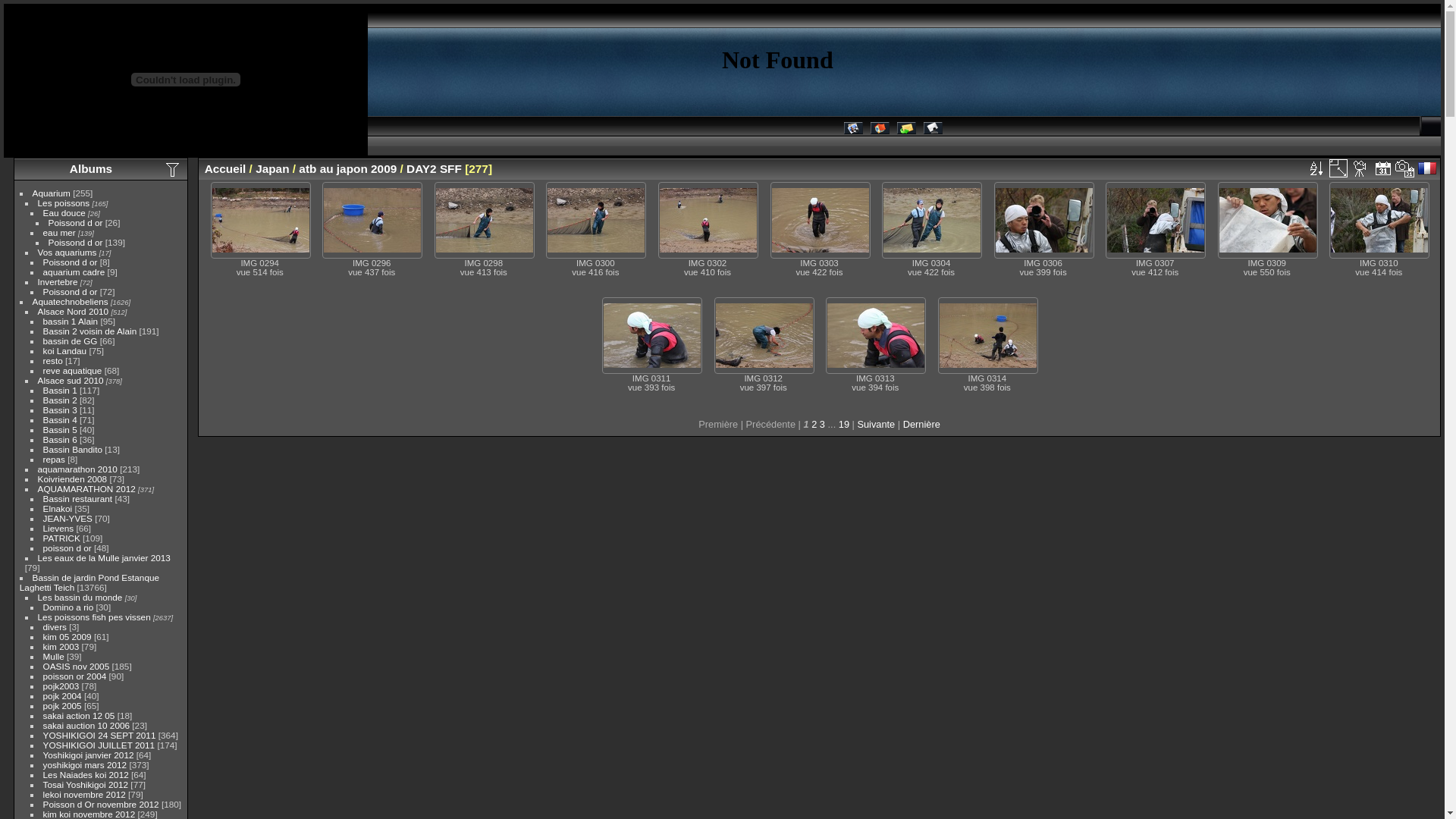 The width and height of the screenshot is (1456, 819). I want to click on ' ', so click(1383, 168).